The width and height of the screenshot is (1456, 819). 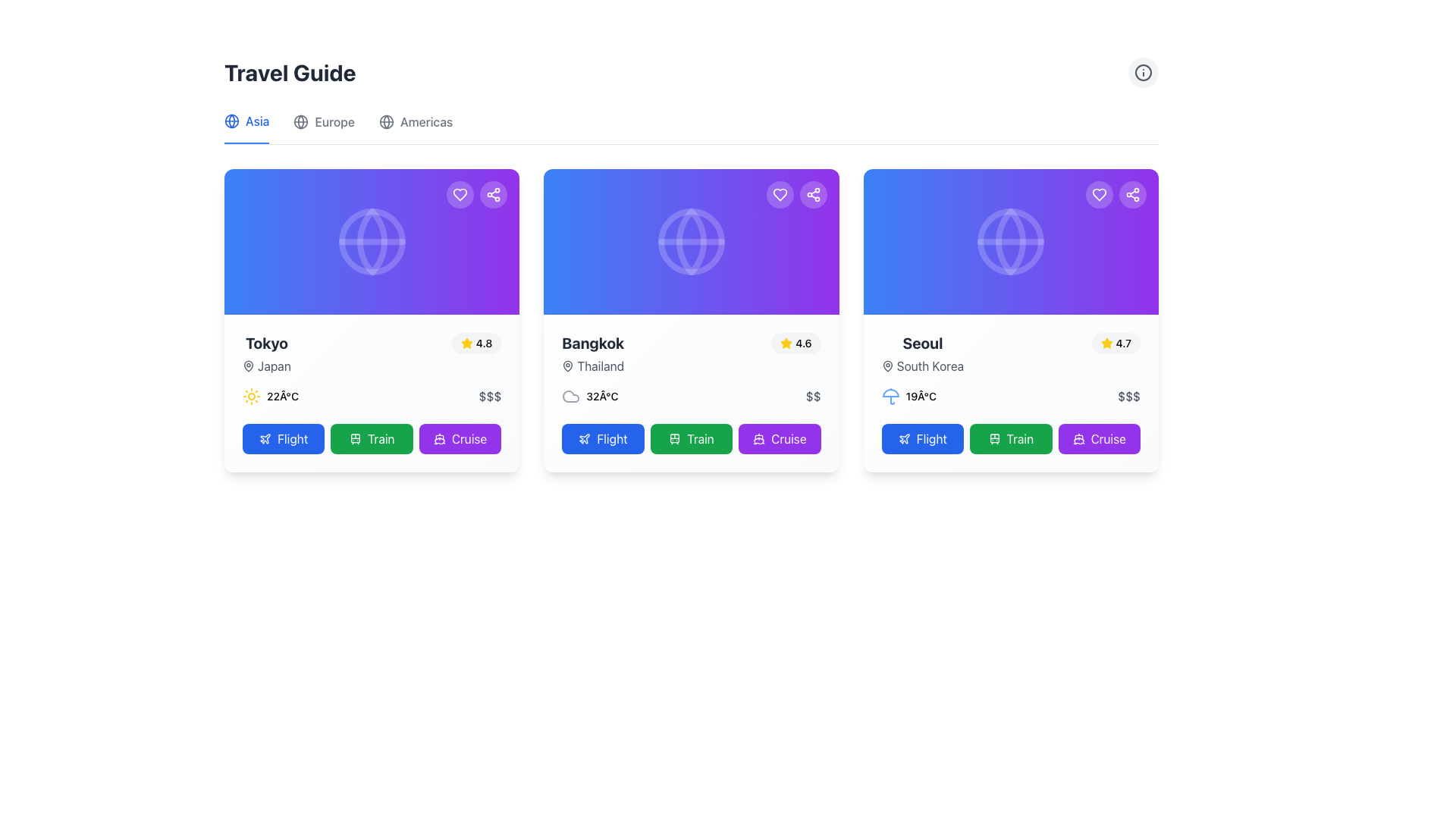 I want to click on the heart-shaped favorite icon located in the top-right corner of the Bangkok travel destination card to mark it as a favorite, so click(x=780, y=194).